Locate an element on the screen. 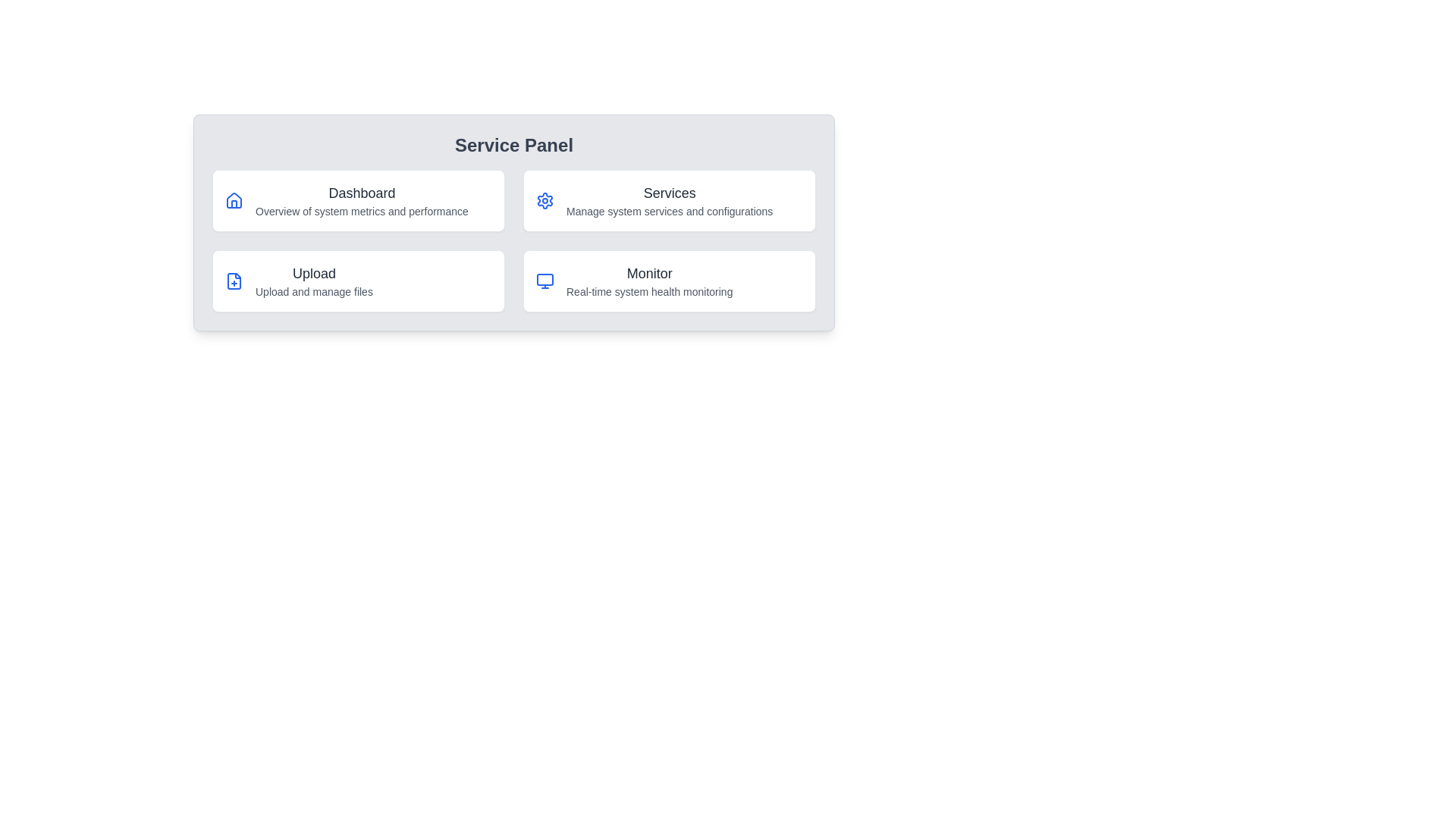 The image size is (1456, 819). 'Dashboard' text label, which is a bold and large dark gray label located in the upper-left quadrant of the Service Panel section is located at coordinates (361, 192).